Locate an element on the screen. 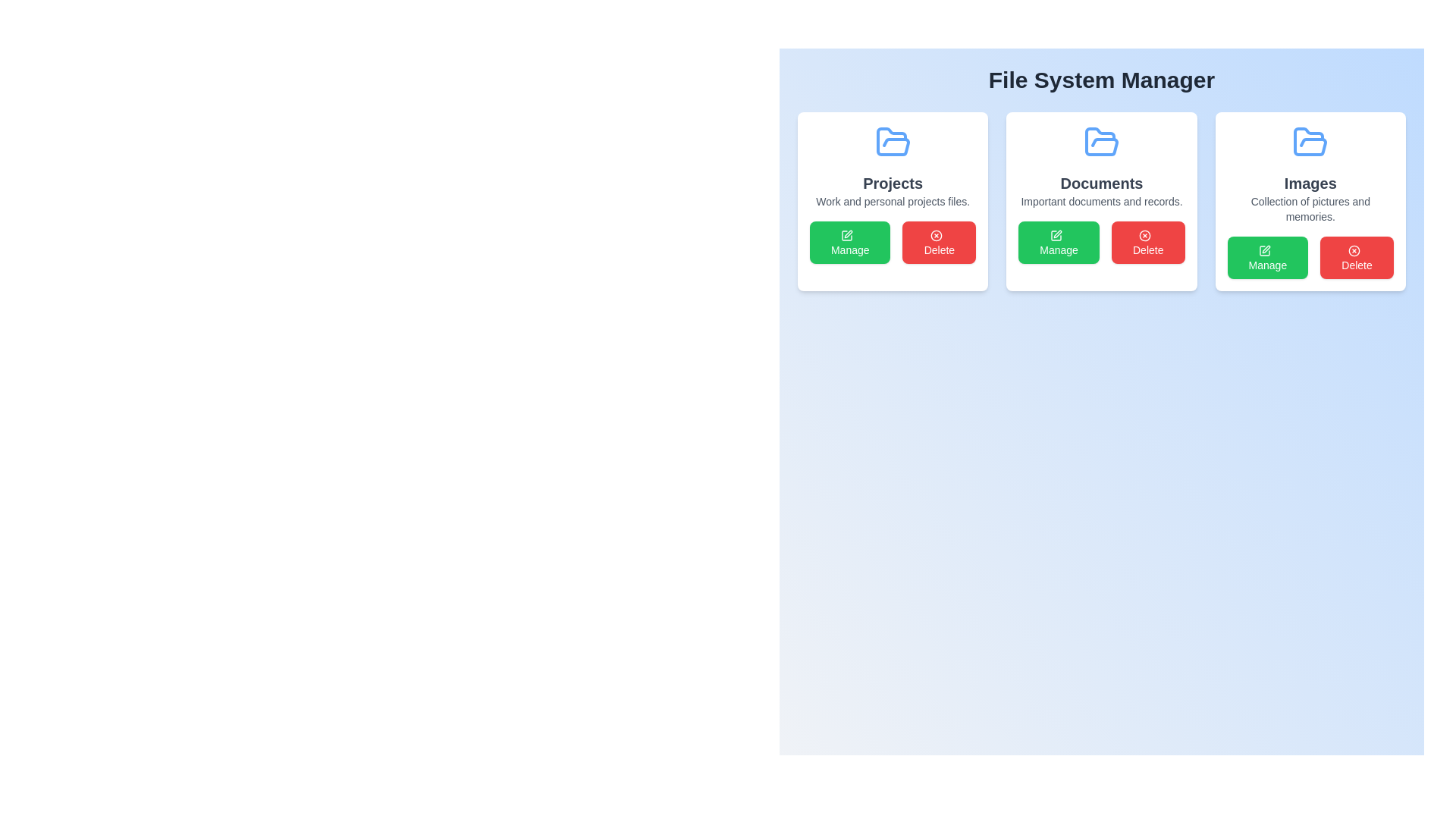  the circular outline element within the SVG design of the delete button in the second card labeled 'Documents' is located at coordinates (1145, 236).